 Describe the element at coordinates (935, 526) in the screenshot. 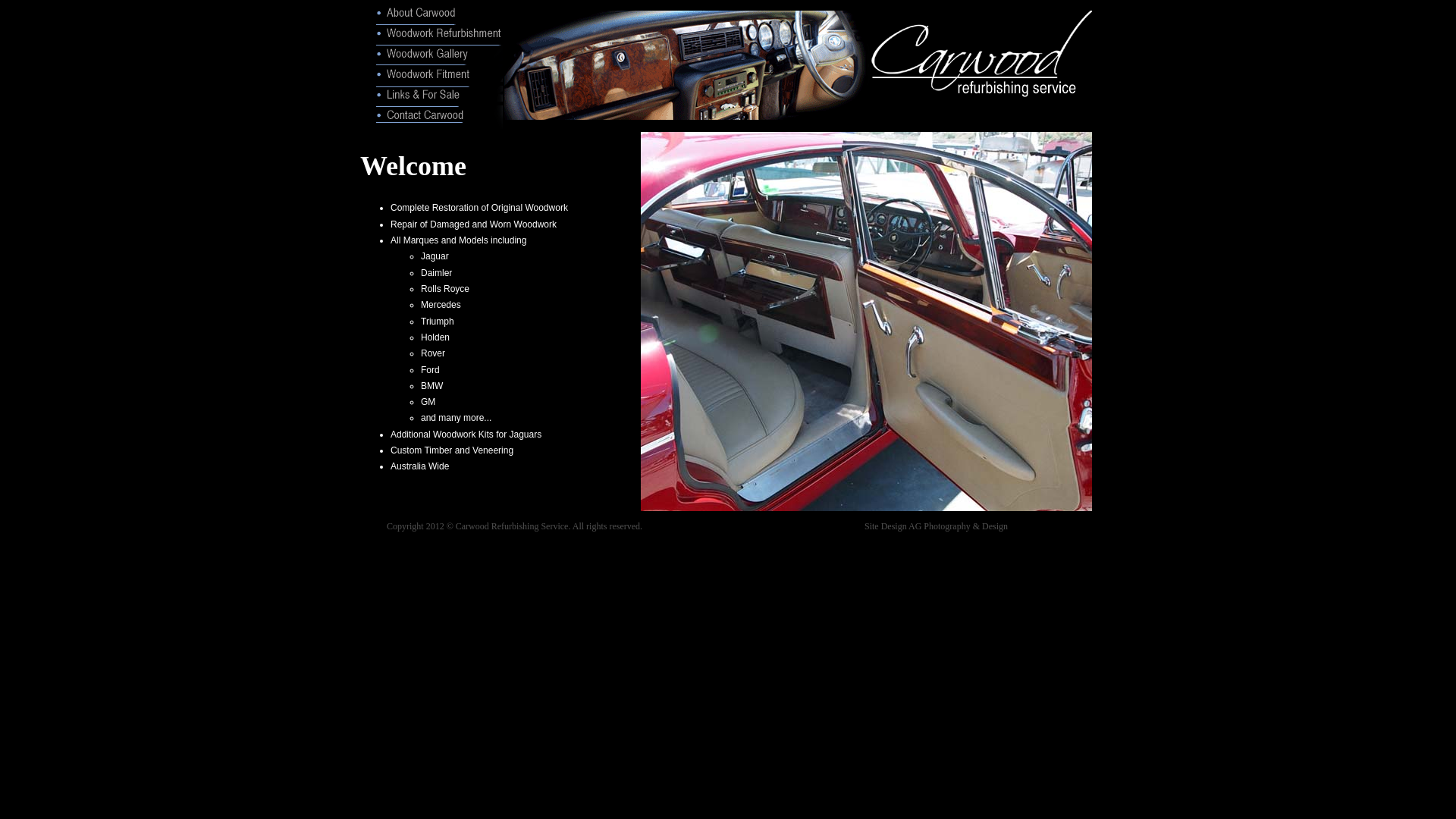

I see `'Site Design AG Photography & Design'` at that location.